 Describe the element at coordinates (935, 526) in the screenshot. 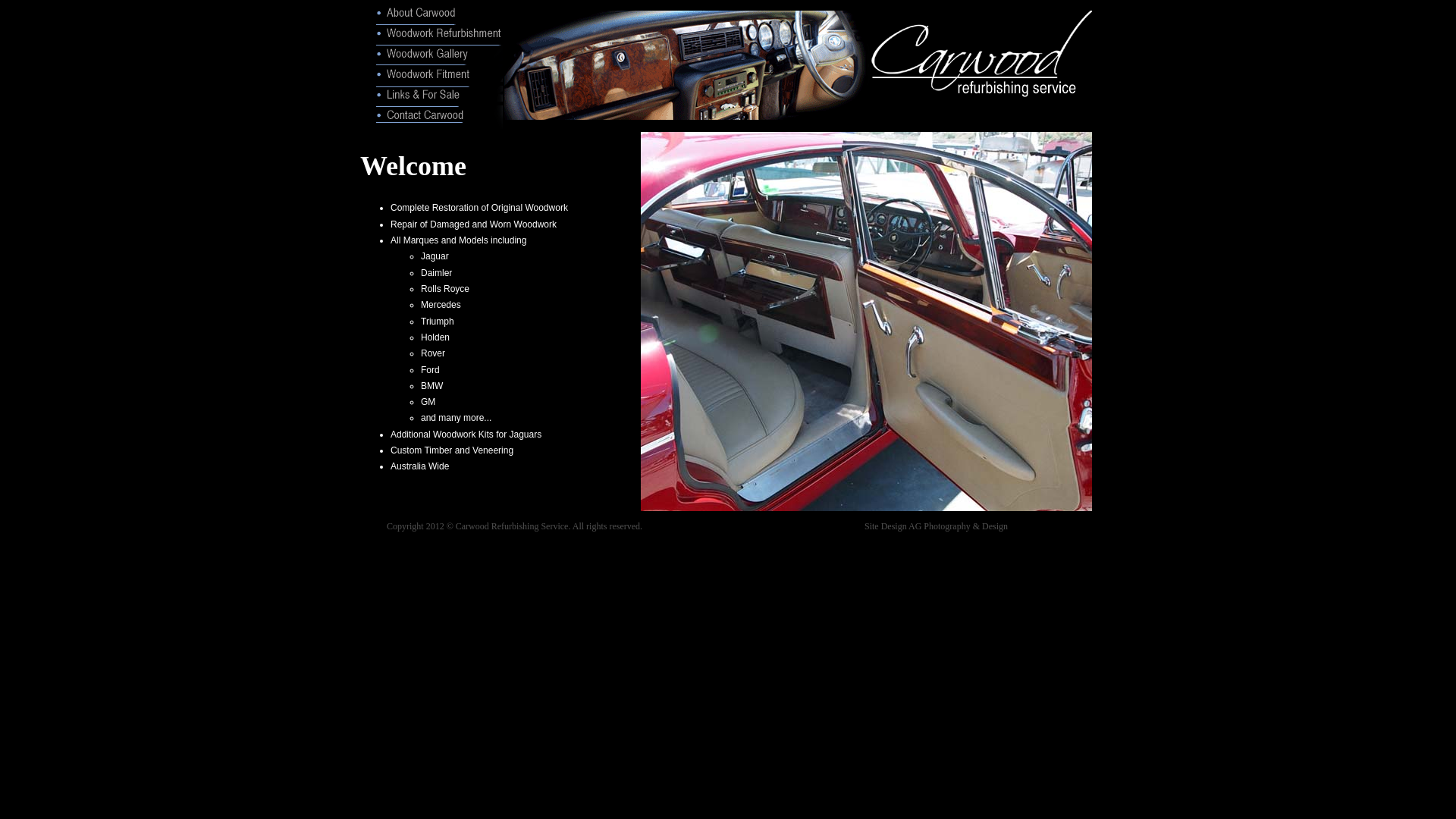

I see `'Site Design AG Photography & Design'` at that location.